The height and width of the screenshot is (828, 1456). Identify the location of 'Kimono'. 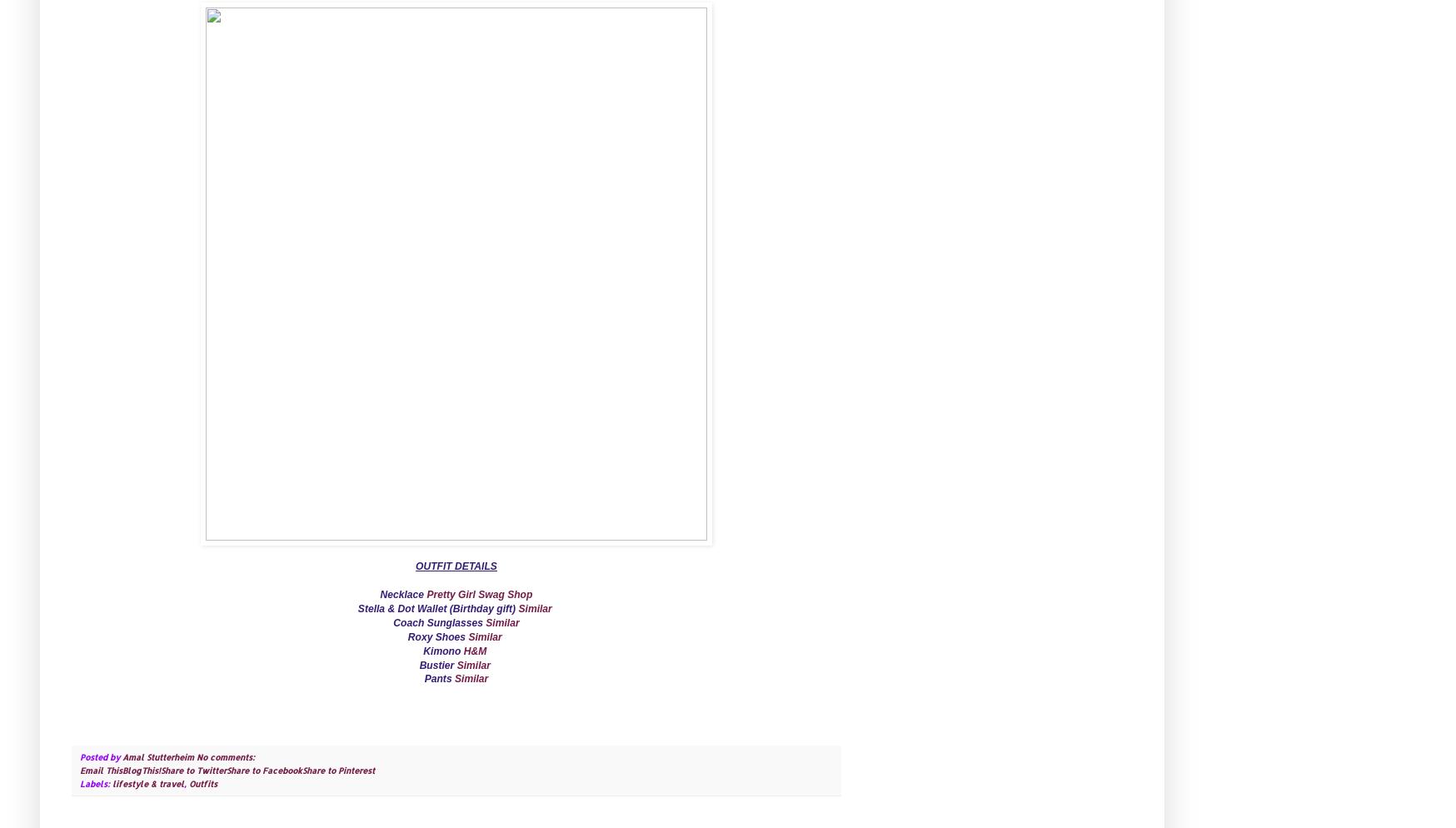
(442, 649).